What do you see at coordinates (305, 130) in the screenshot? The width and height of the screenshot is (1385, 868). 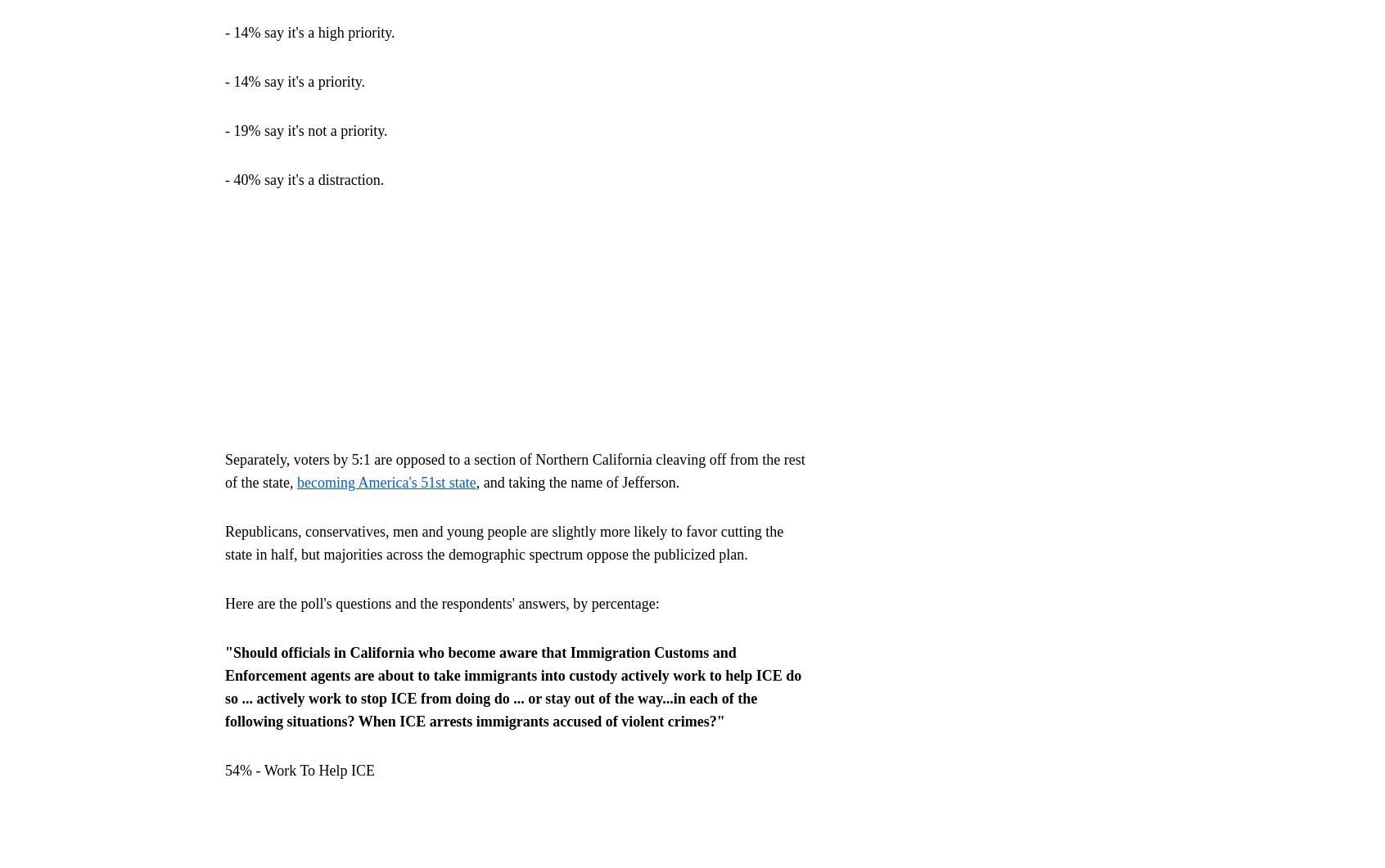 I see `'- 19% say it's not a priority.'` at bounding box center [305, 130].